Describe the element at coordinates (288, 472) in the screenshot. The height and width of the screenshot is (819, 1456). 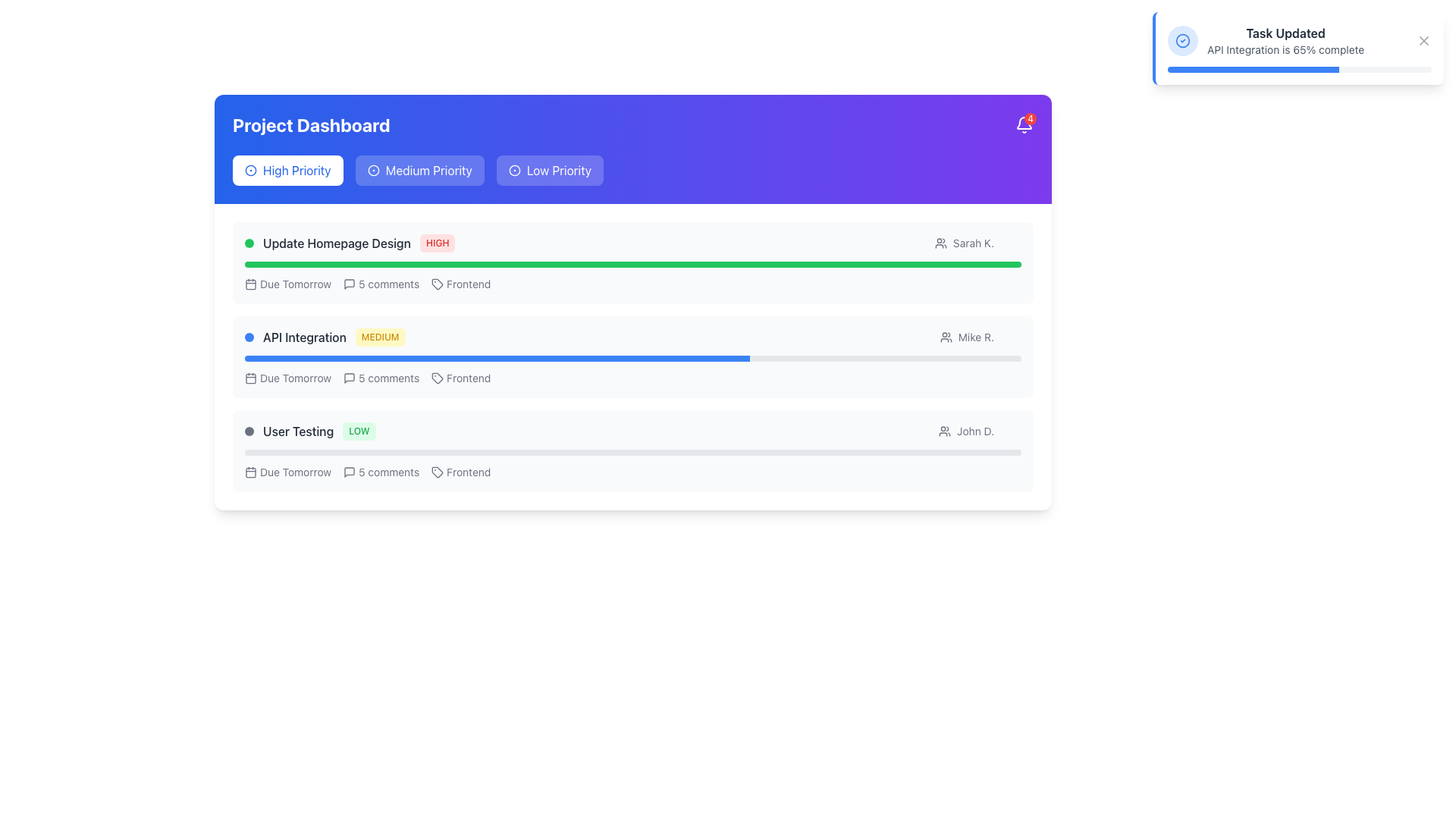
I see `the 'Due Tomorrow' text label located in the 'User Testing' section of the dashboard, which is accompanied by a calendar icon to its left` at that location.